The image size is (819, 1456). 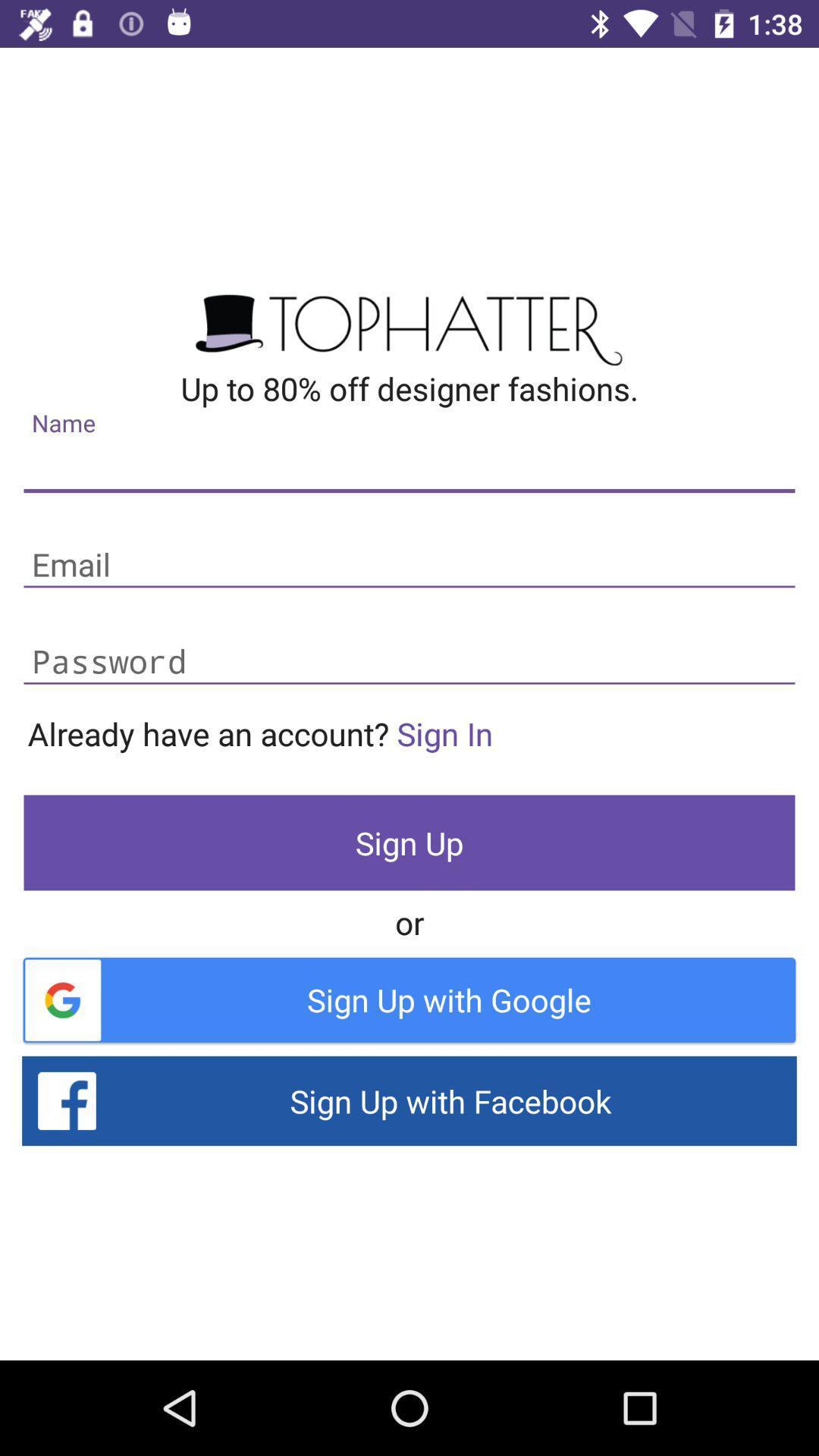 What do you see at coordinates (409, 662) in the screenshot?
I see `password type line` at bounding box center [409, 662].